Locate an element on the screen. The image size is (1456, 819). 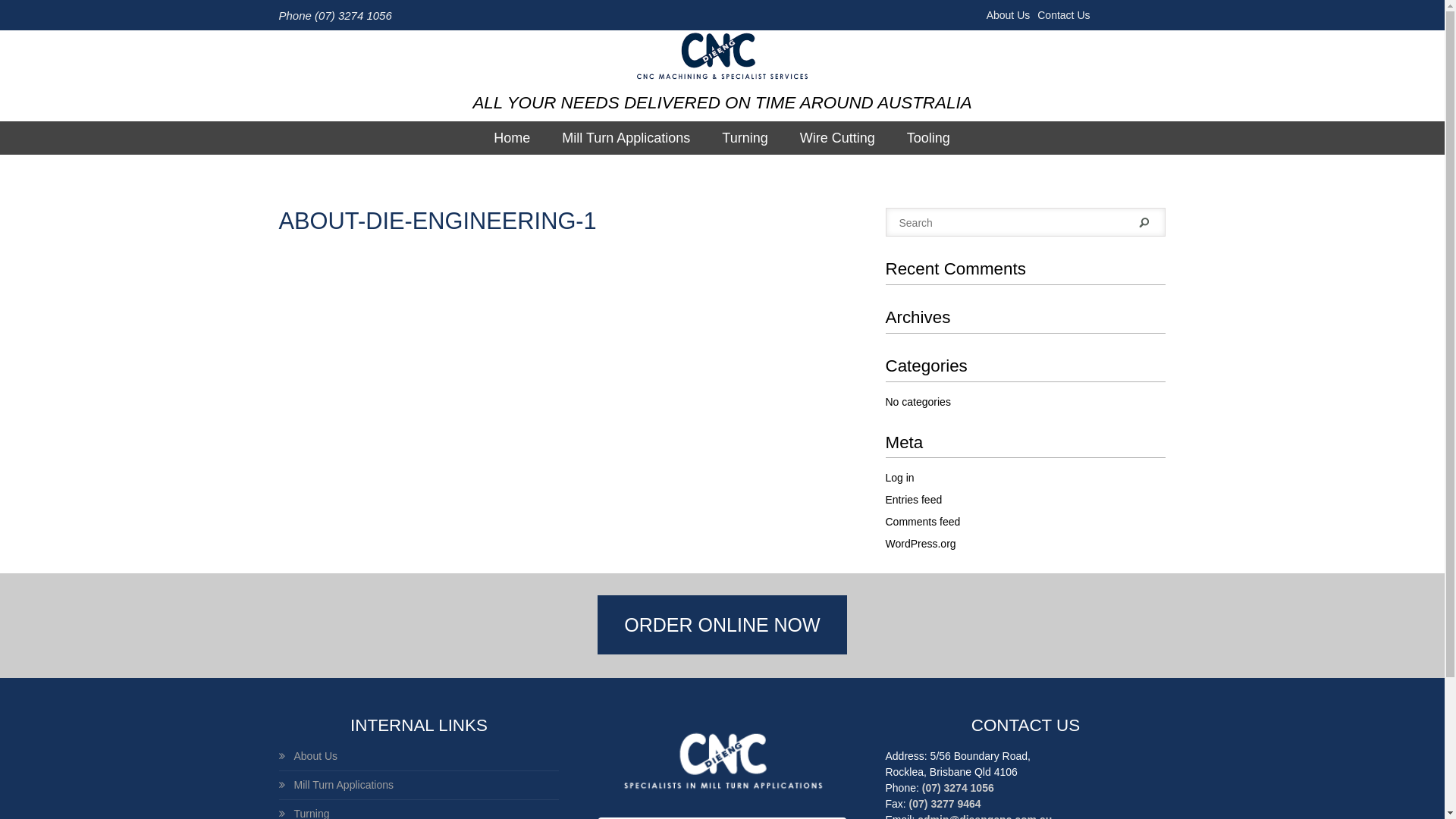
'(07) 3277 9464' is located at coordinates (944, 803).